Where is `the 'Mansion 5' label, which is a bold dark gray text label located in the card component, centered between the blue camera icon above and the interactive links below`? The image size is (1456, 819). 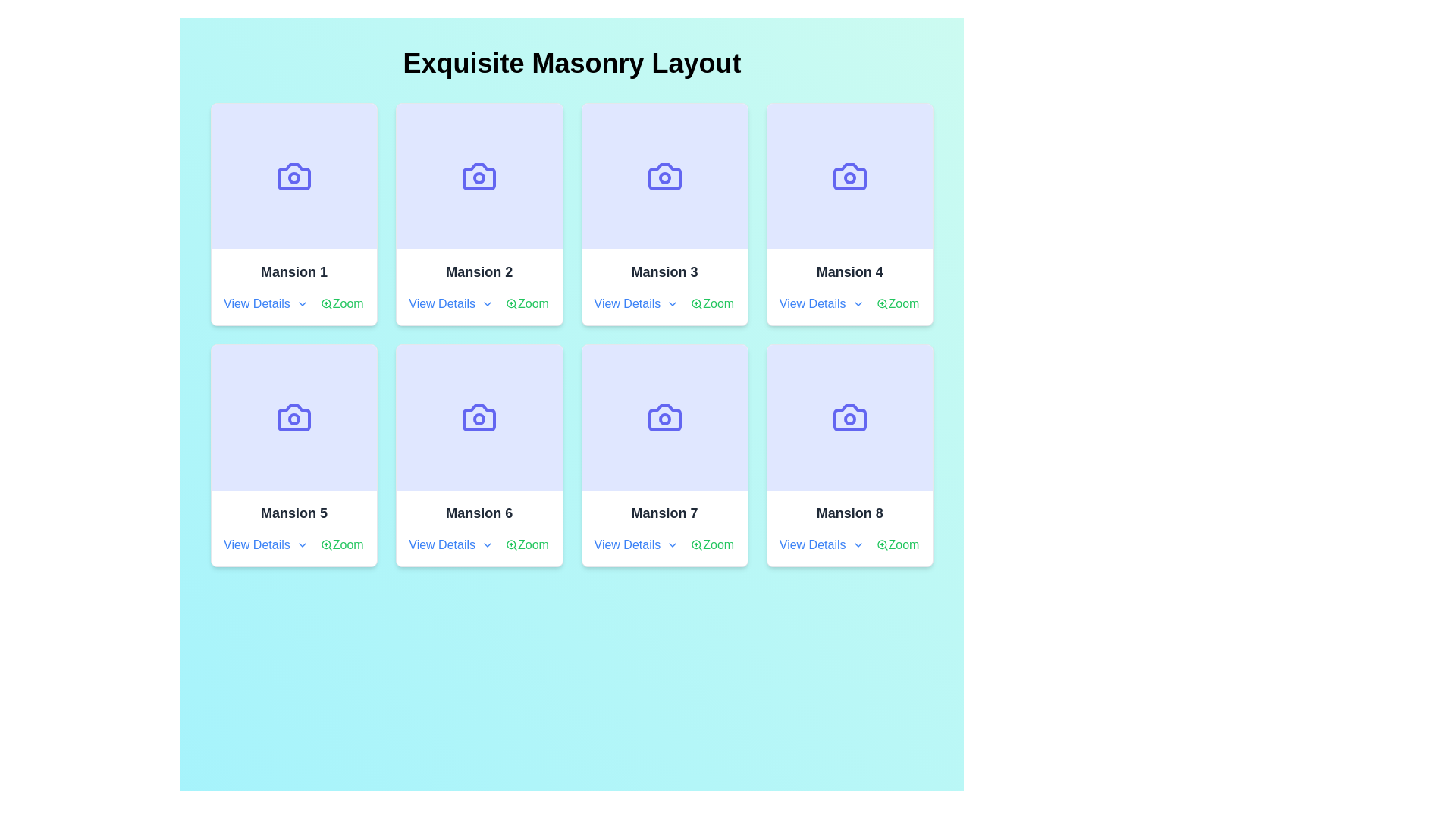
the 'Mansion 5' label, which is a bold dark gray text label located in the card component, centered between the blue camera icon above and the interactive links below is located at coordinates (294, 513).